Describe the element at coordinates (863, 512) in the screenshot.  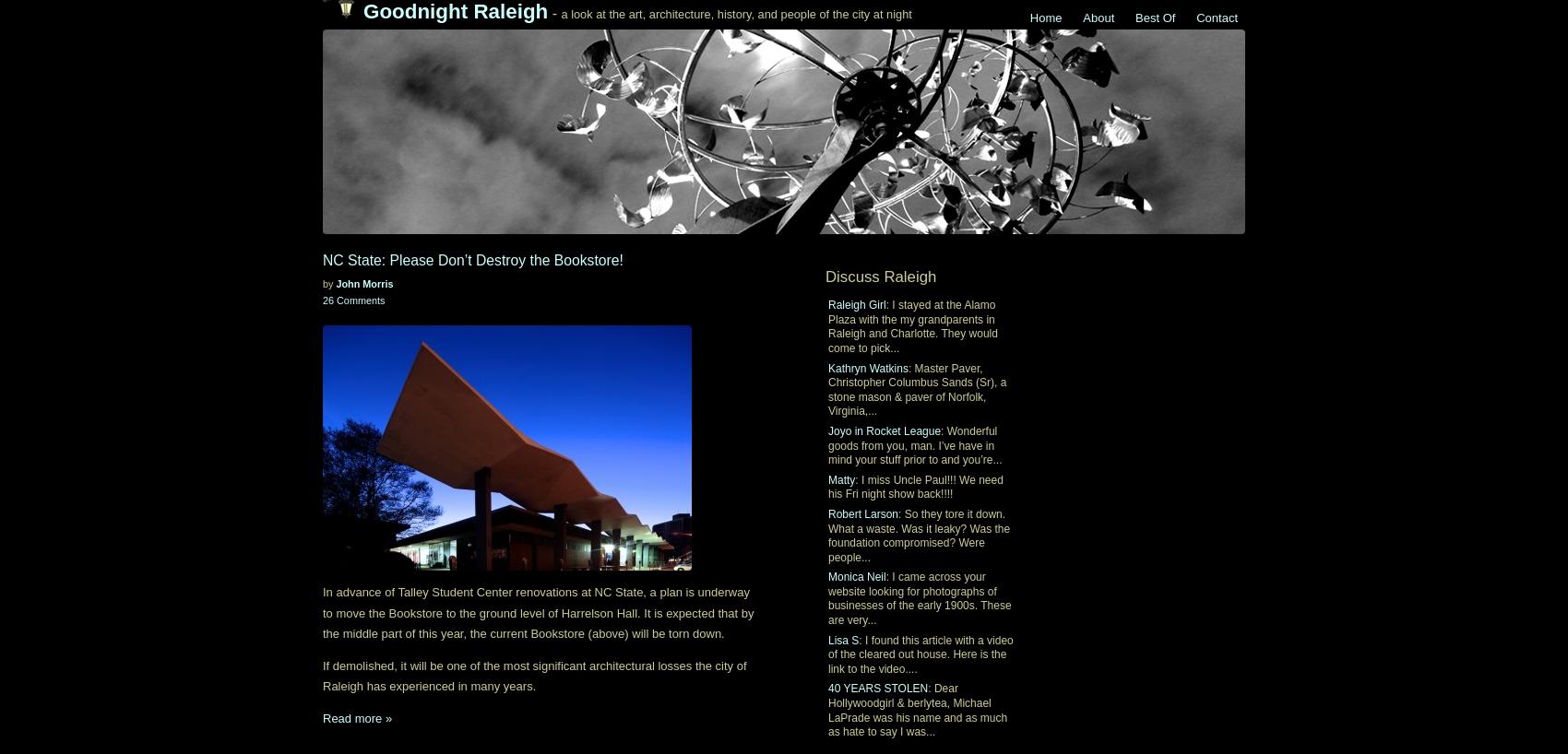
I see `'Robert Larson'` at that location.